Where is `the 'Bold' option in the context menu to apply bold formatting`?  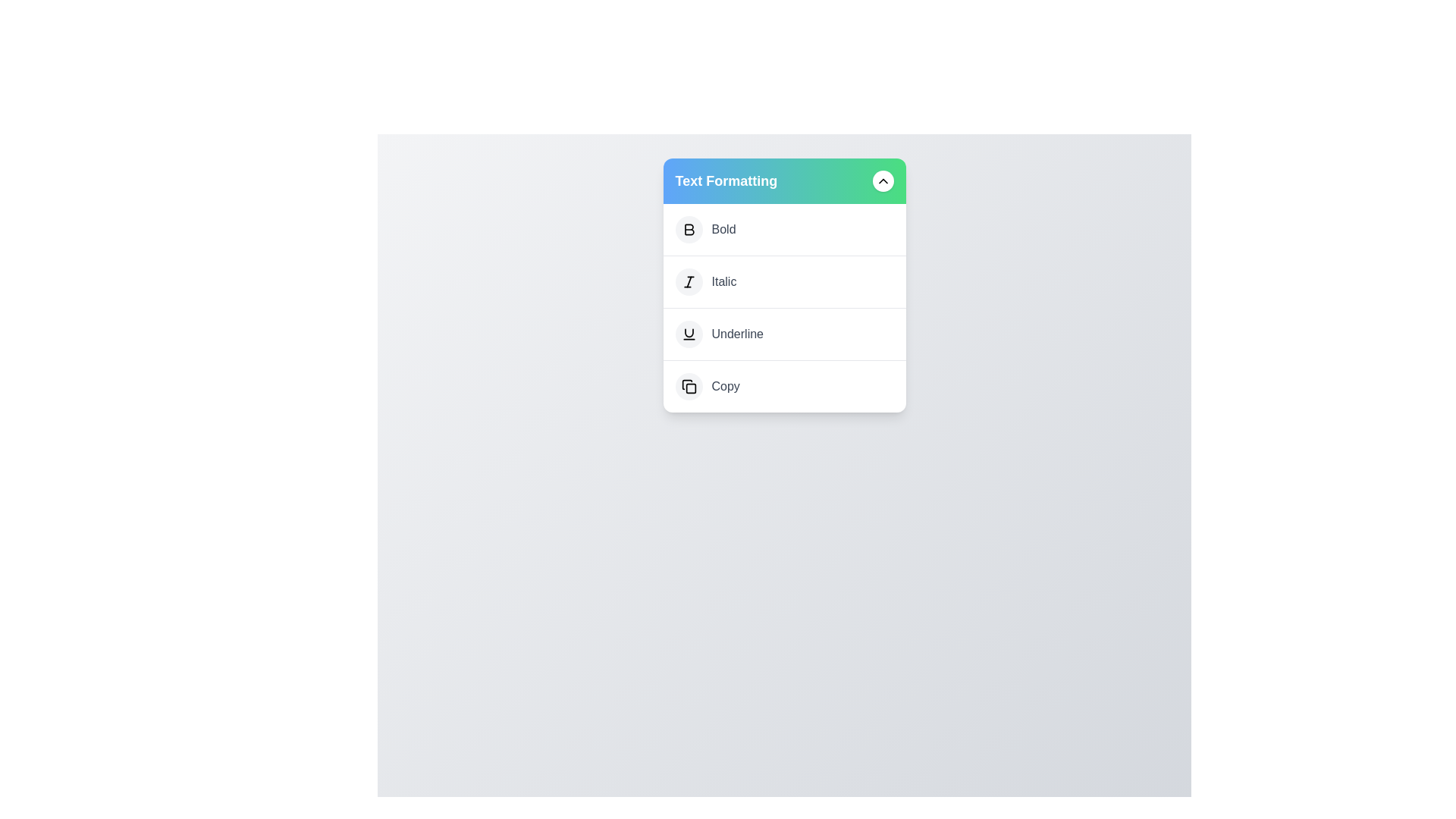 the 'Bold' option in the context menu to apply bold formatting is located at coordinates (723, 230).